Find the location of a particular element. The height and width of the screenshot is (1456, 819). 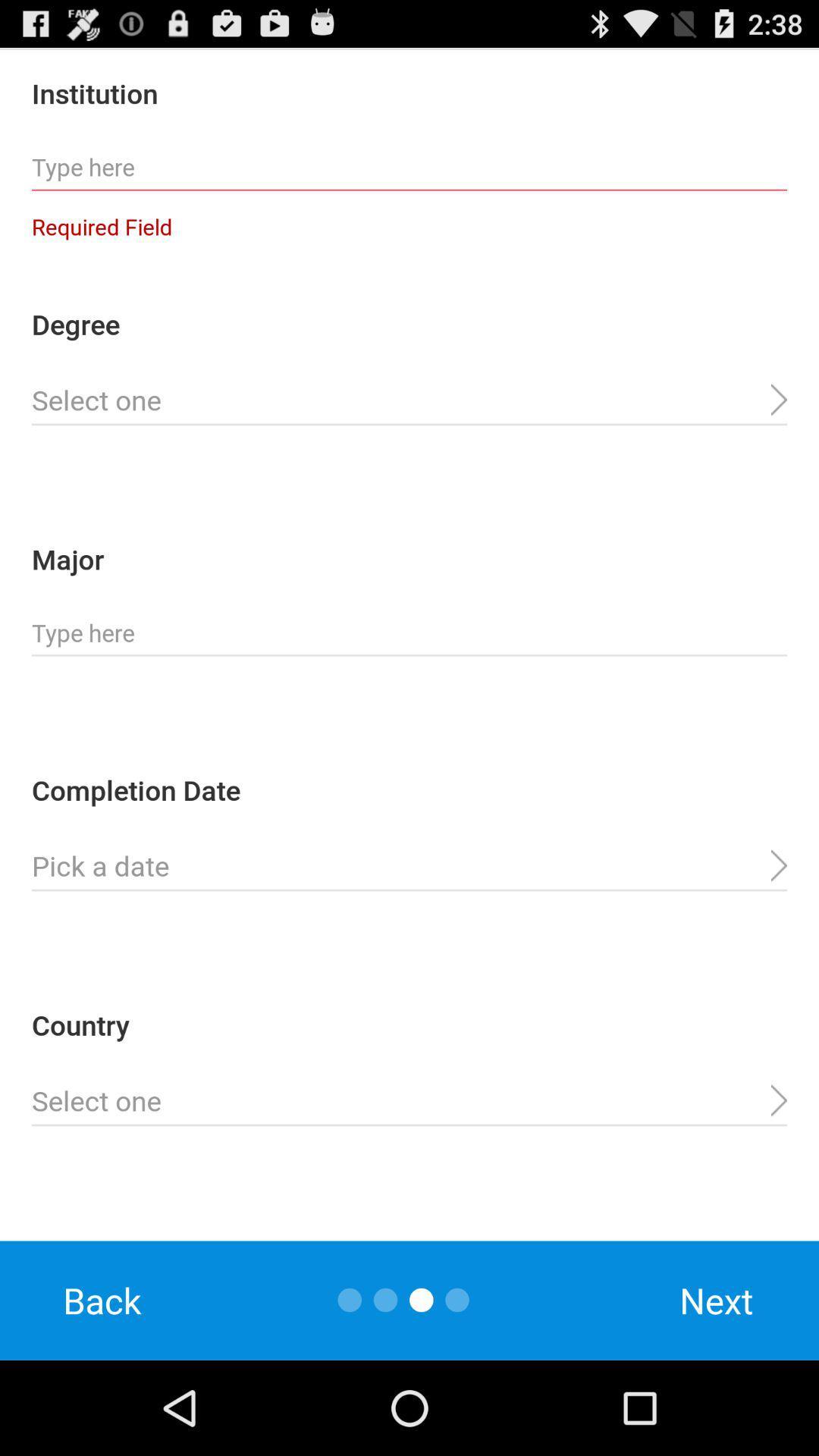

institution name is located at coordinates (409, 168).